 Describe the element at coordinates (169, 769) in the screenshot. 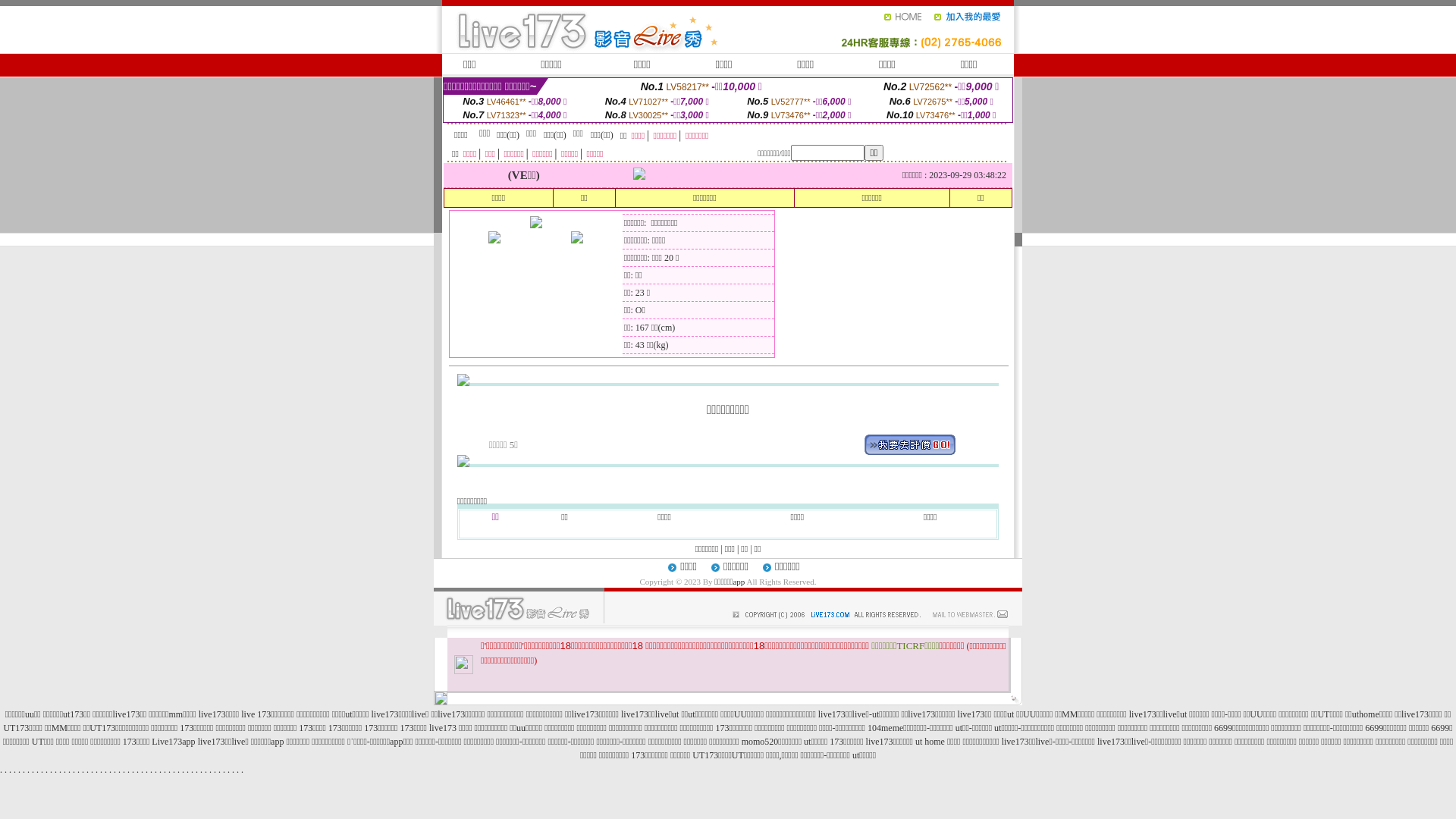

I see `'.'` at that location.